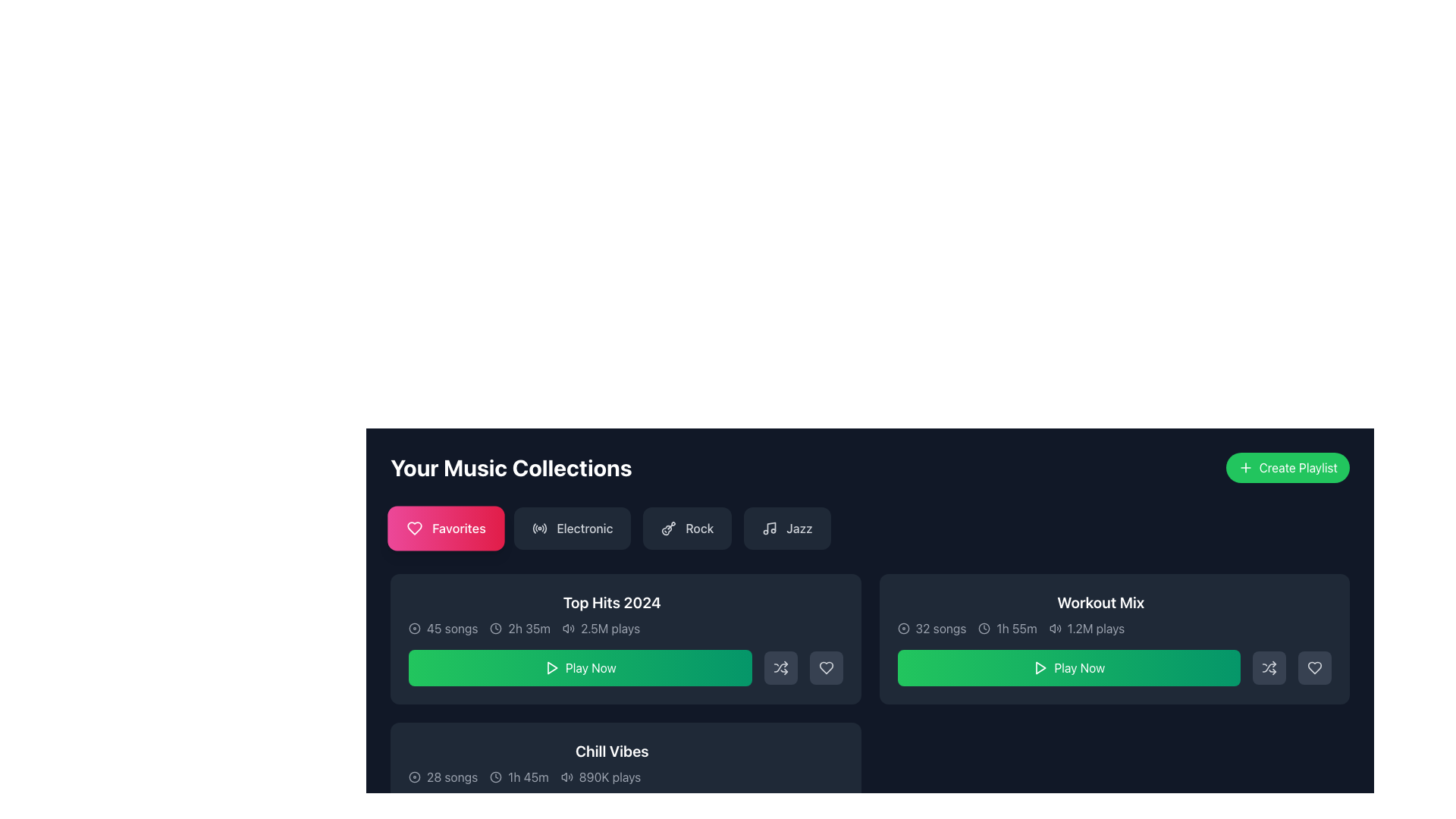 This screenshot has width=1456, height=819. Describe the element at coordinates (686, 528) in the screenshot. I see `the button` at that location.